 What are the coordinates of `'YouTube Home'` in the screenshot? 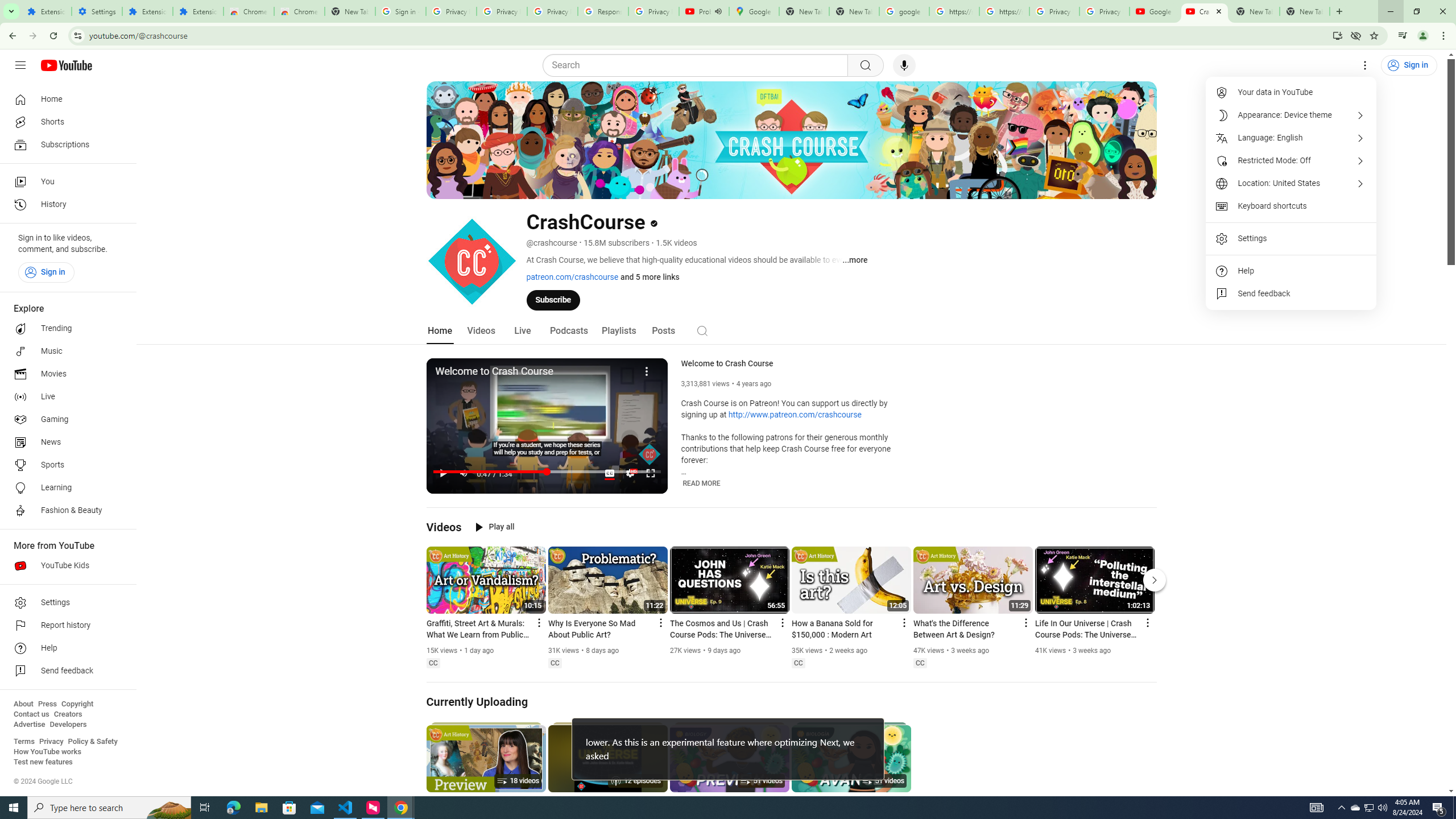 It's located at (65, 65).